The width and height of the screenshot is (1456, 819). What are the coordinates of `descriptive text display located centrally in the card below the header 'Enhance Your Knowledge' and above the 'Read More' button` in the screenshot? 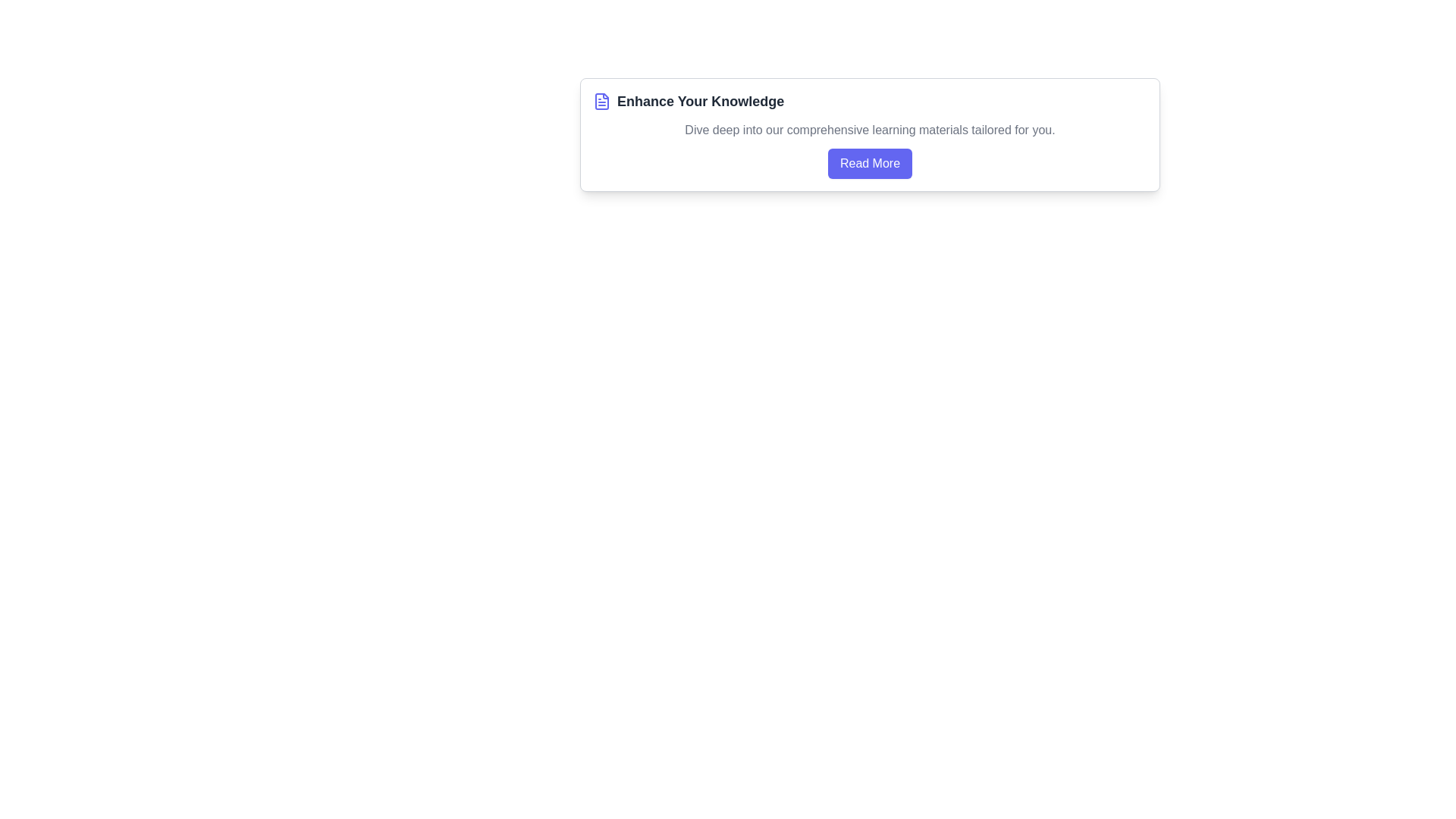 It's located at (870, 130).